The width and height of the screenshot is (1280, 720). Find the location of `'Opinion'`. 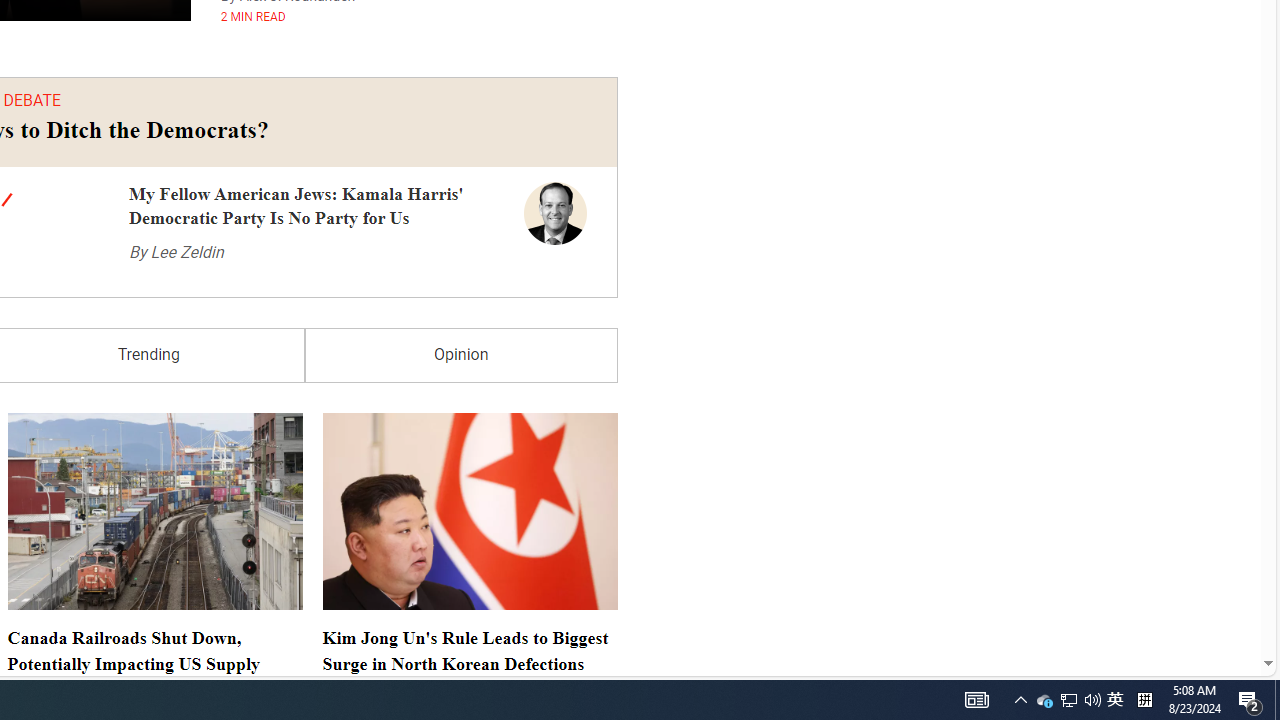

'Opinion' is located at coordinates (460, 354).